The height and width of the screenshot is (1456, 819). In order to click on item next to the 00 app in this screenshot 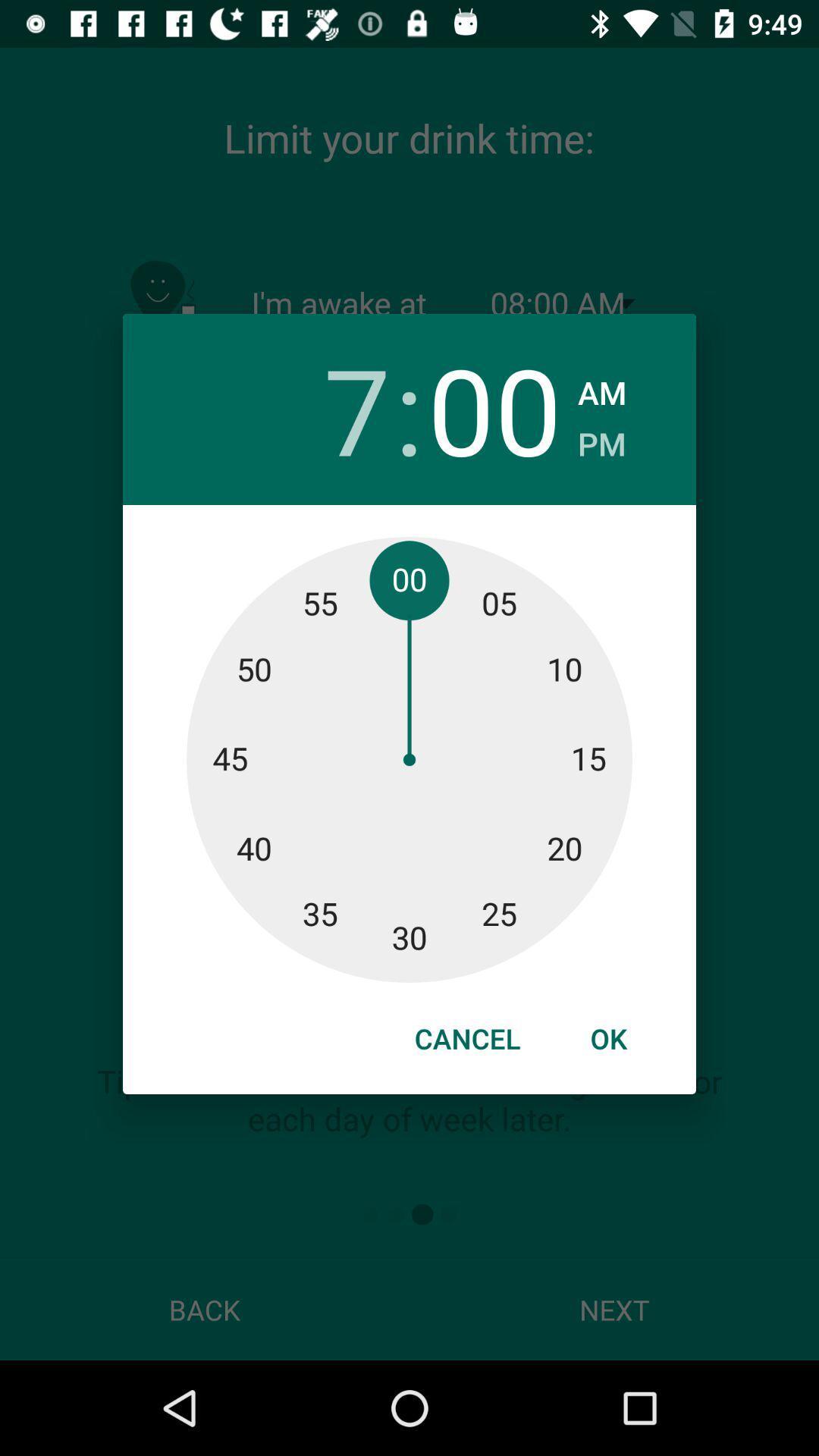, I will do `click(601, 438)`.